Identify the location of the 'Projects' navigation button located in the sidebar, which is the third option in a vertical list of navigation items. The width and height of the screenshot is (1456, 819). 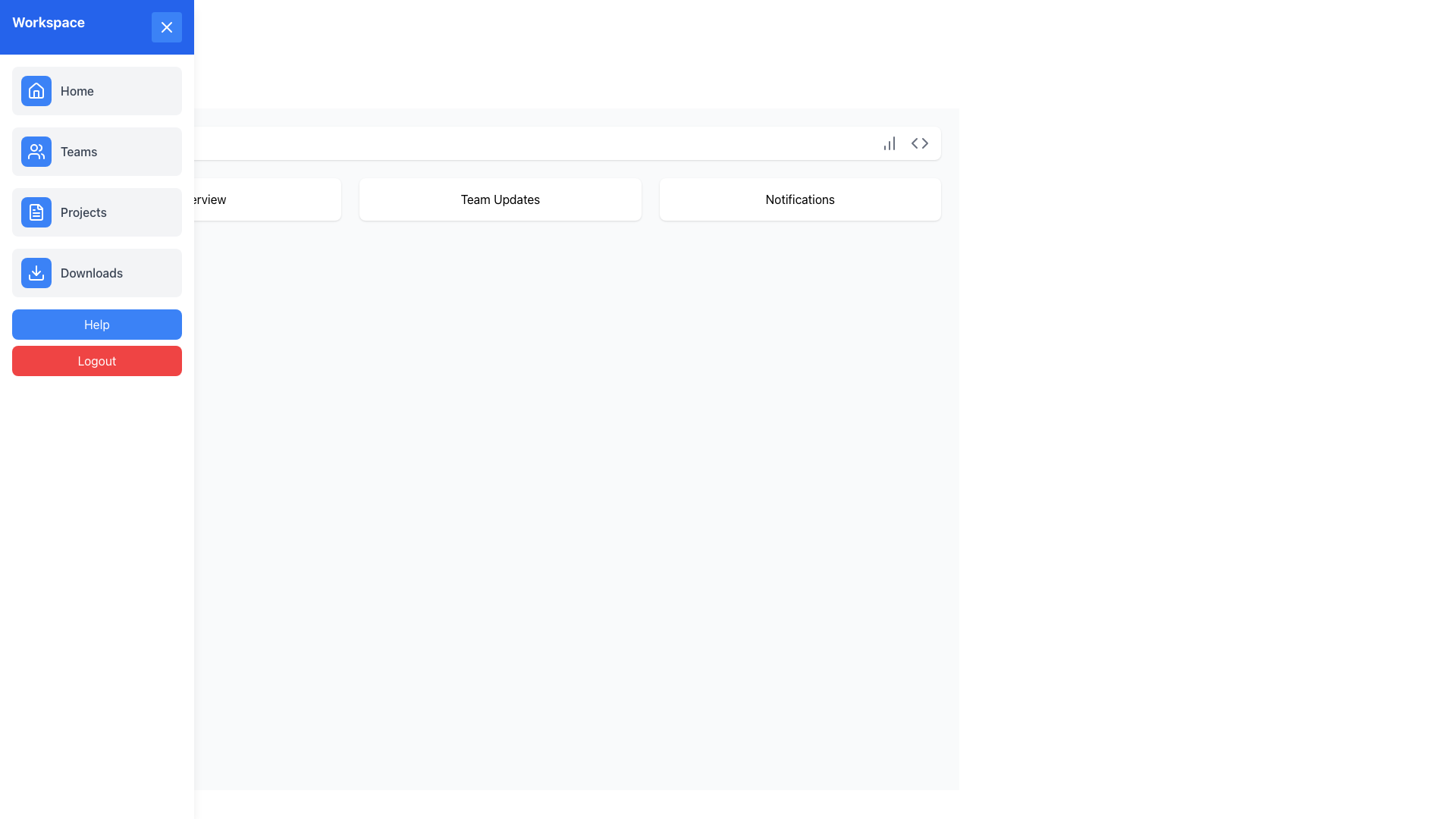
(96, 212).